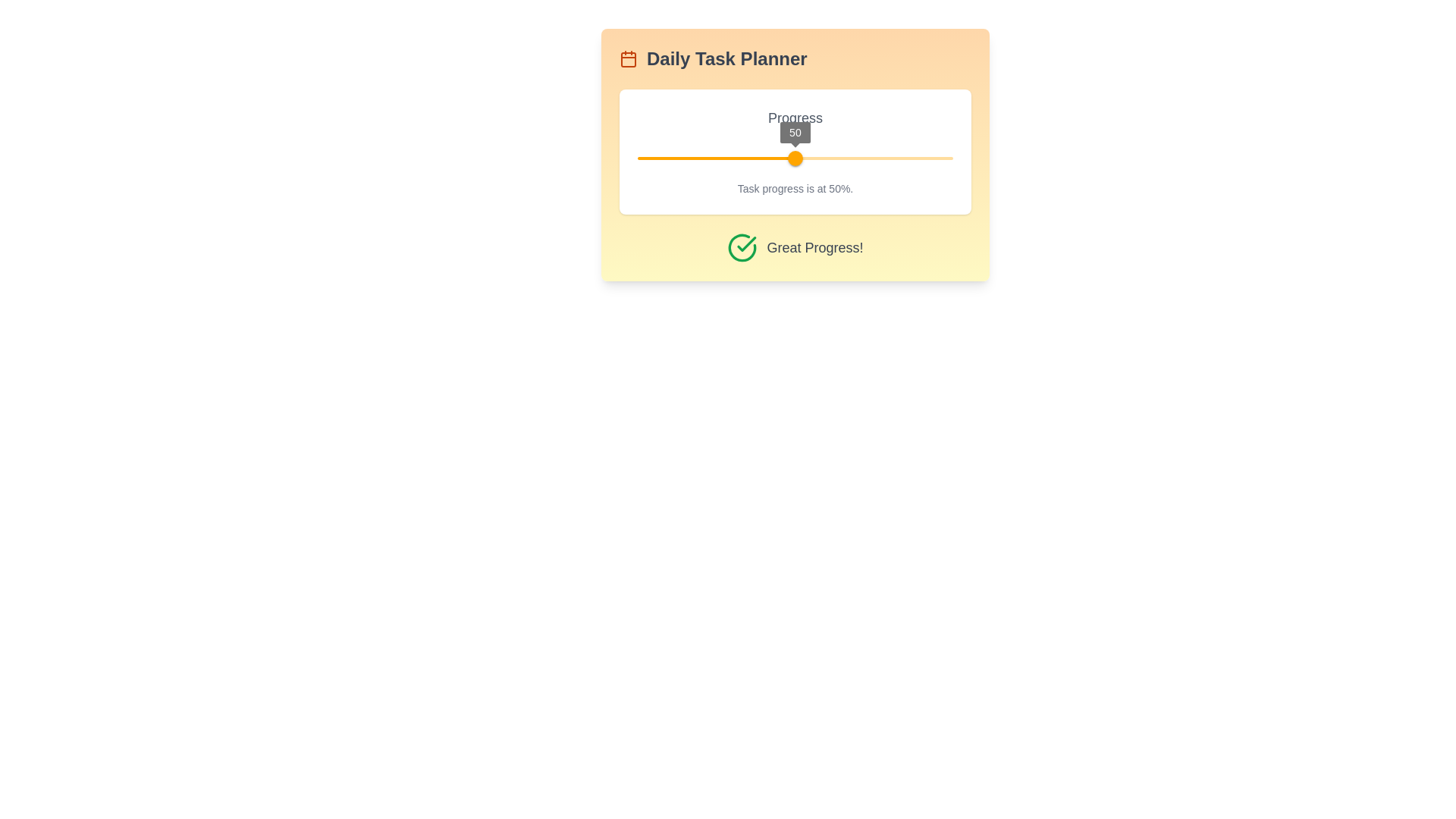  Describe the element at coordinates (905, 158) in the screenshot. I see `the progress value` at that location.